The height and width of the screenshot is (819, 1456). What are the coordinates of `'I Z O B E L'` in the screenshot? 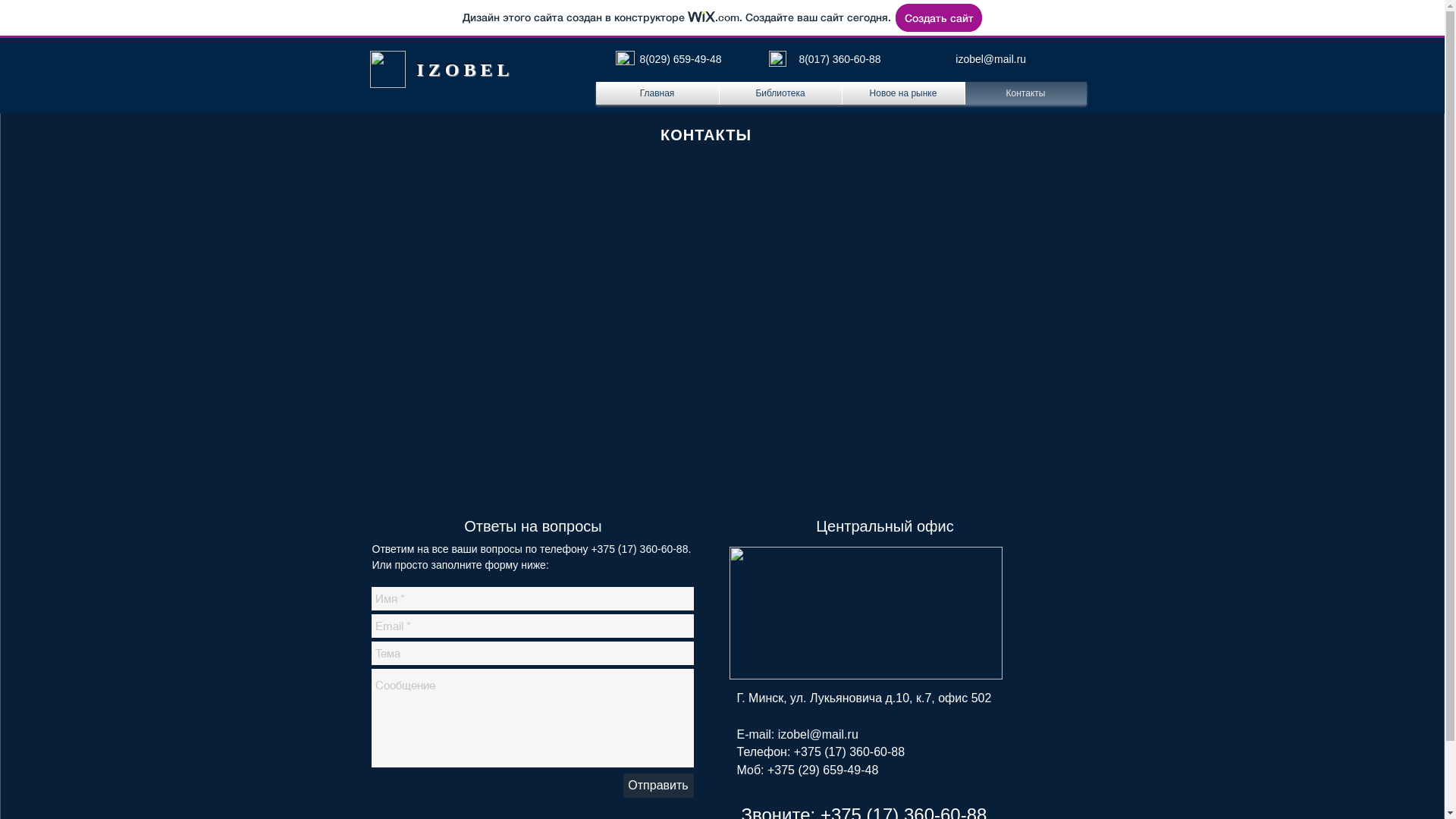 It's located at (462, 70).